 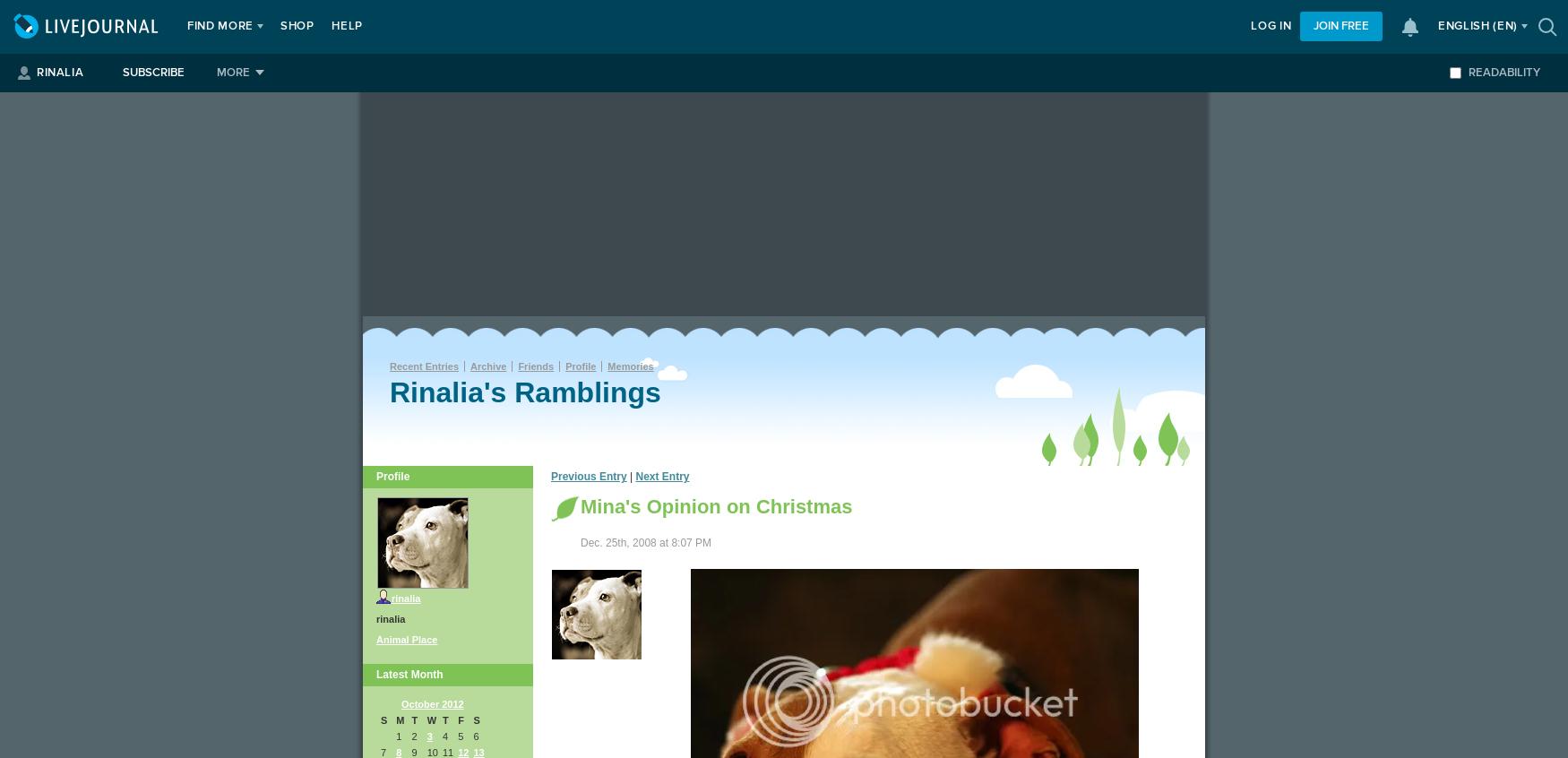 What do you see at coordinates (631, 476) in the screenshot?
I see `'|'` at bounding box center [631, 476].